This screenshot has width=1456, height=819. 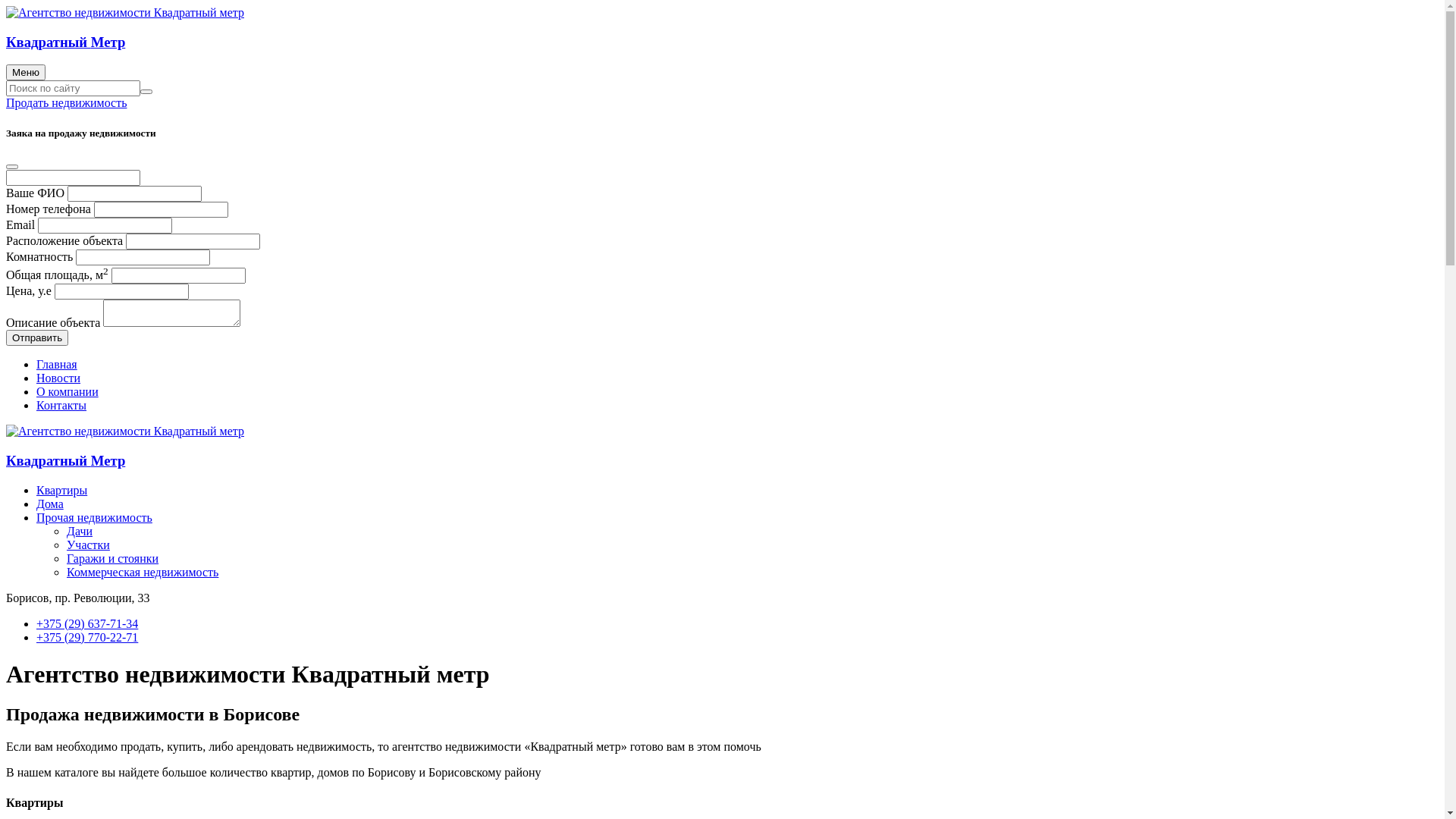 What do you see at coordinates (86, 623) in the screenshot?
I see `'+375 (29) 637-71-34'` at bounding box center [86, 623].